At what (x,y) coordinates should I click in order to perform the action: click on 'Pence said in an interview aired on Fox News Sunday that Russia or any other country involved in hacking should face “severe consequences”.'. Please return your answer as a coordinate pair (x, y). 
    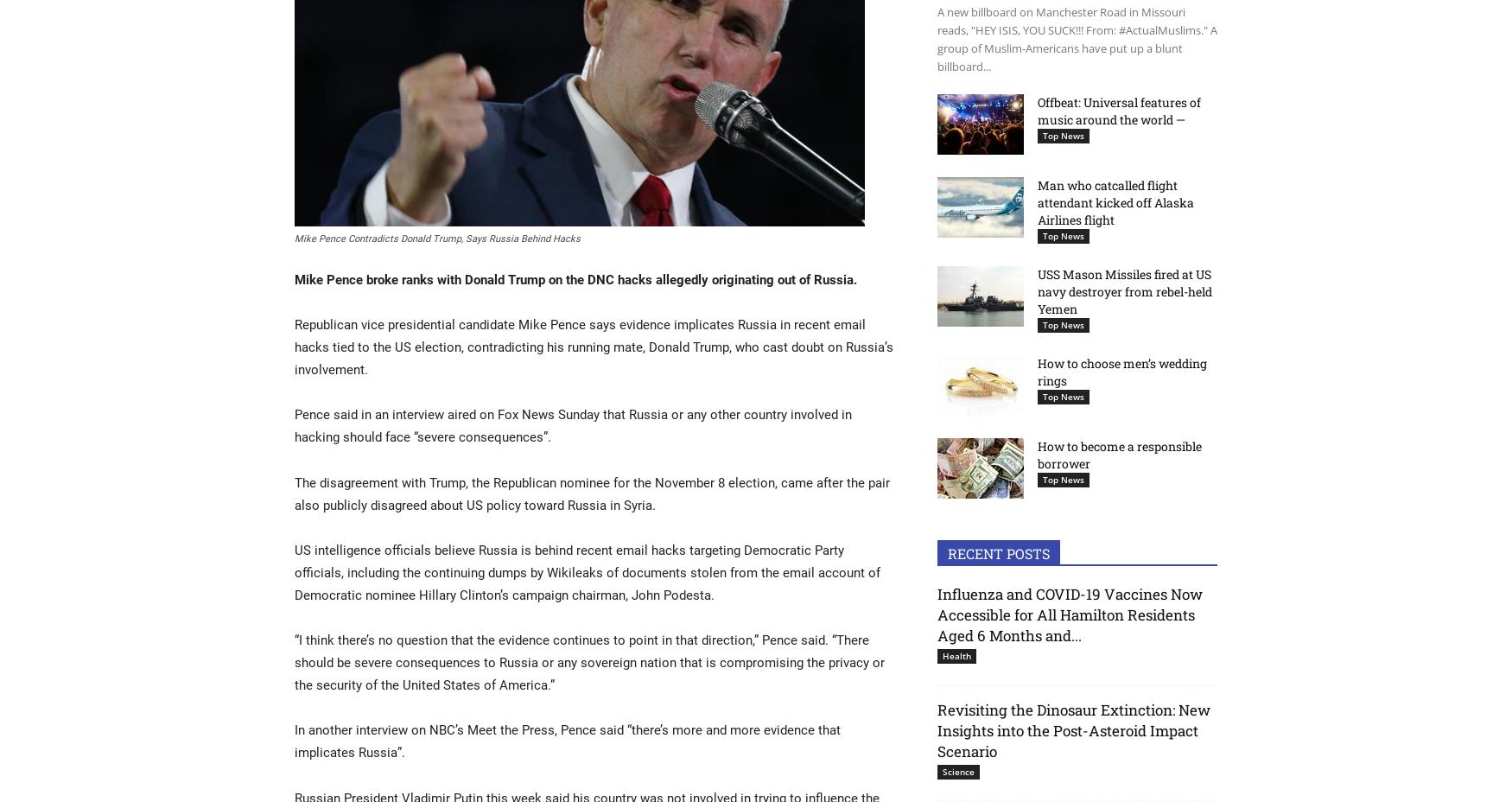
    Looking at the image, I should click on (295, 424).